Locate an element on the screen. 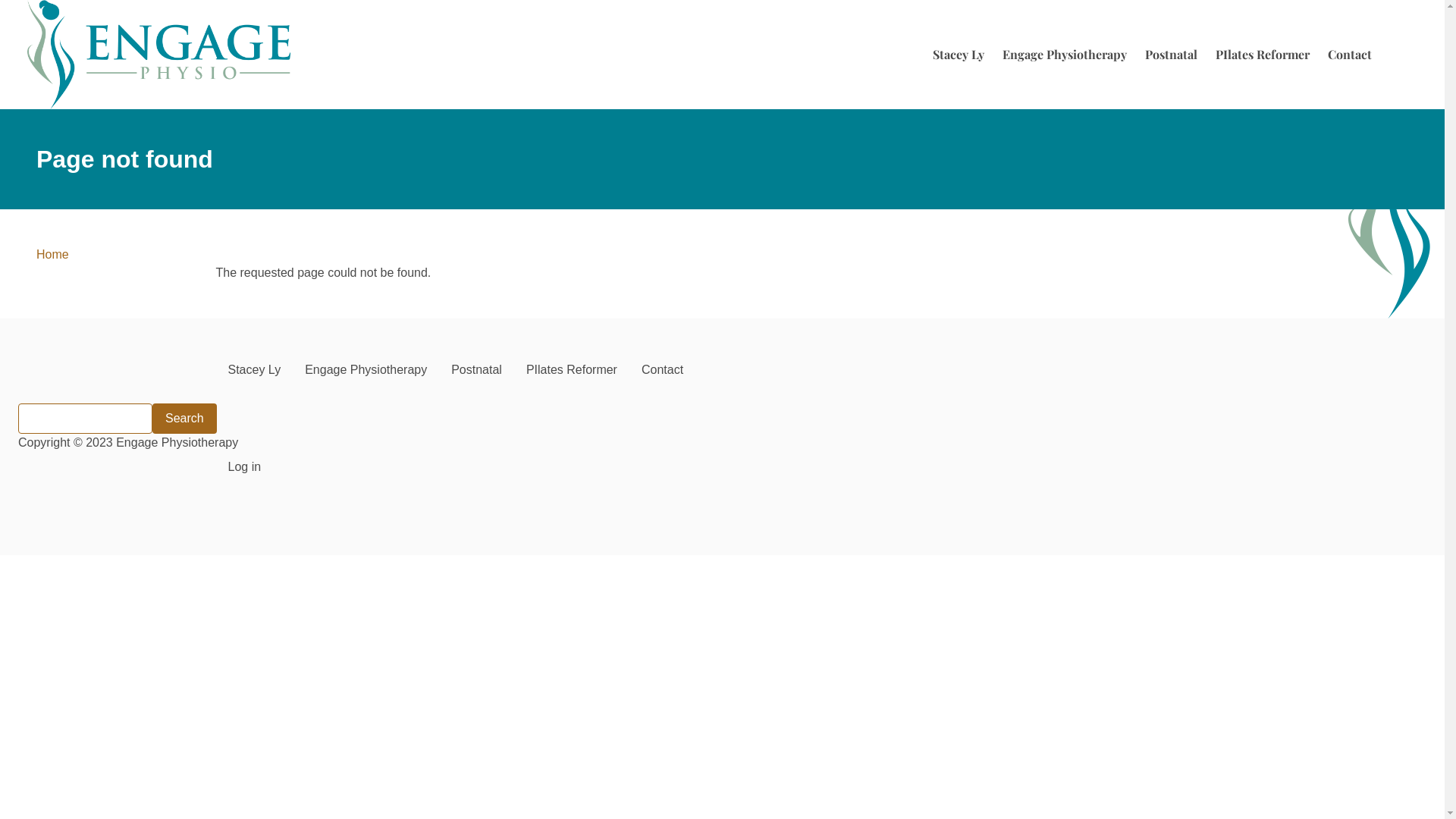 The image size is (1456, 819). 'PIlates Reformer' is located at coordinates (1263, 54).